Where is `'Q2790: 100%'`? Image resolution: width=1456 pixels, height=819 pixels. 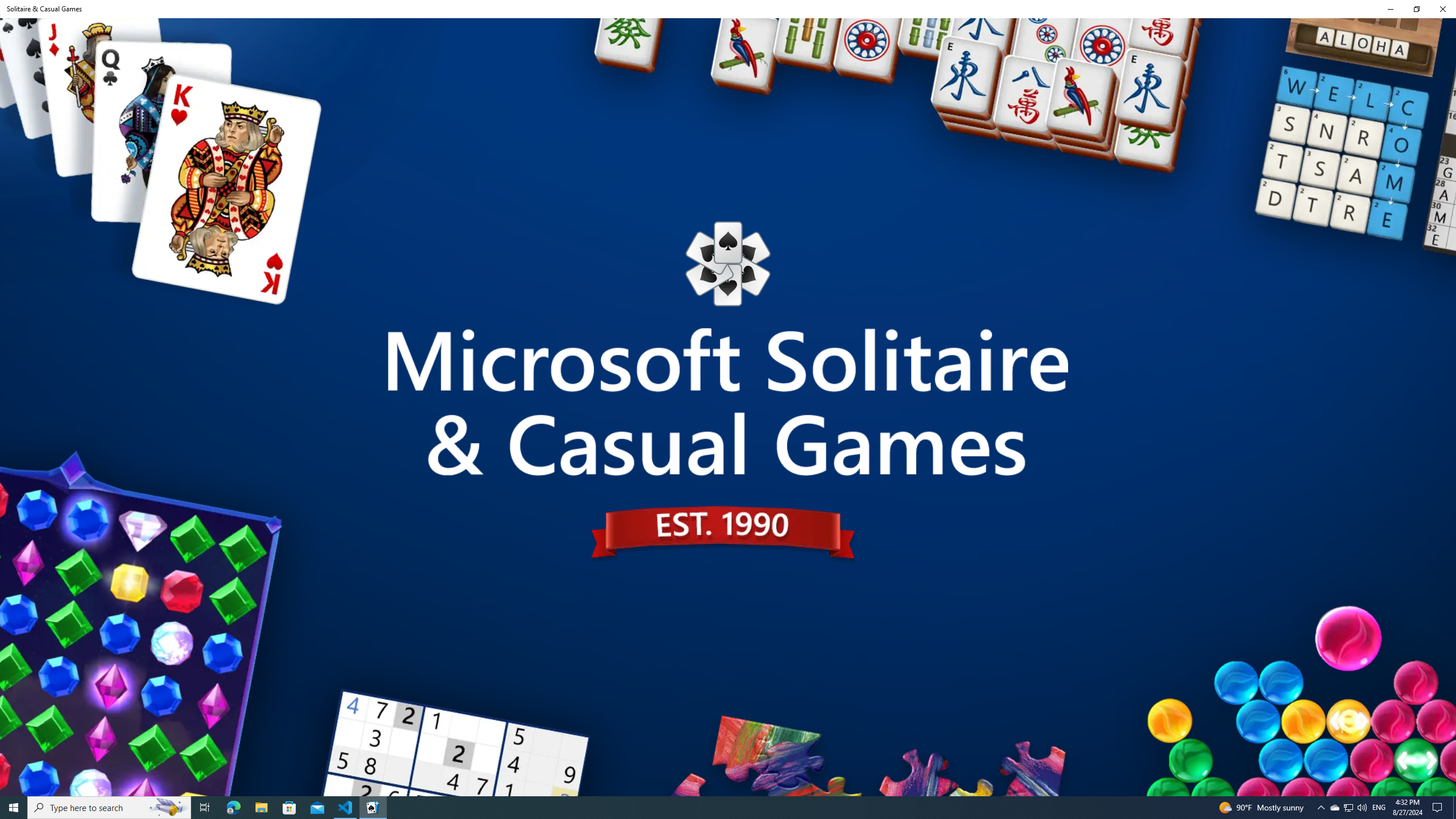 'Q2790: 100%' is located at coordinates (1361, 806).